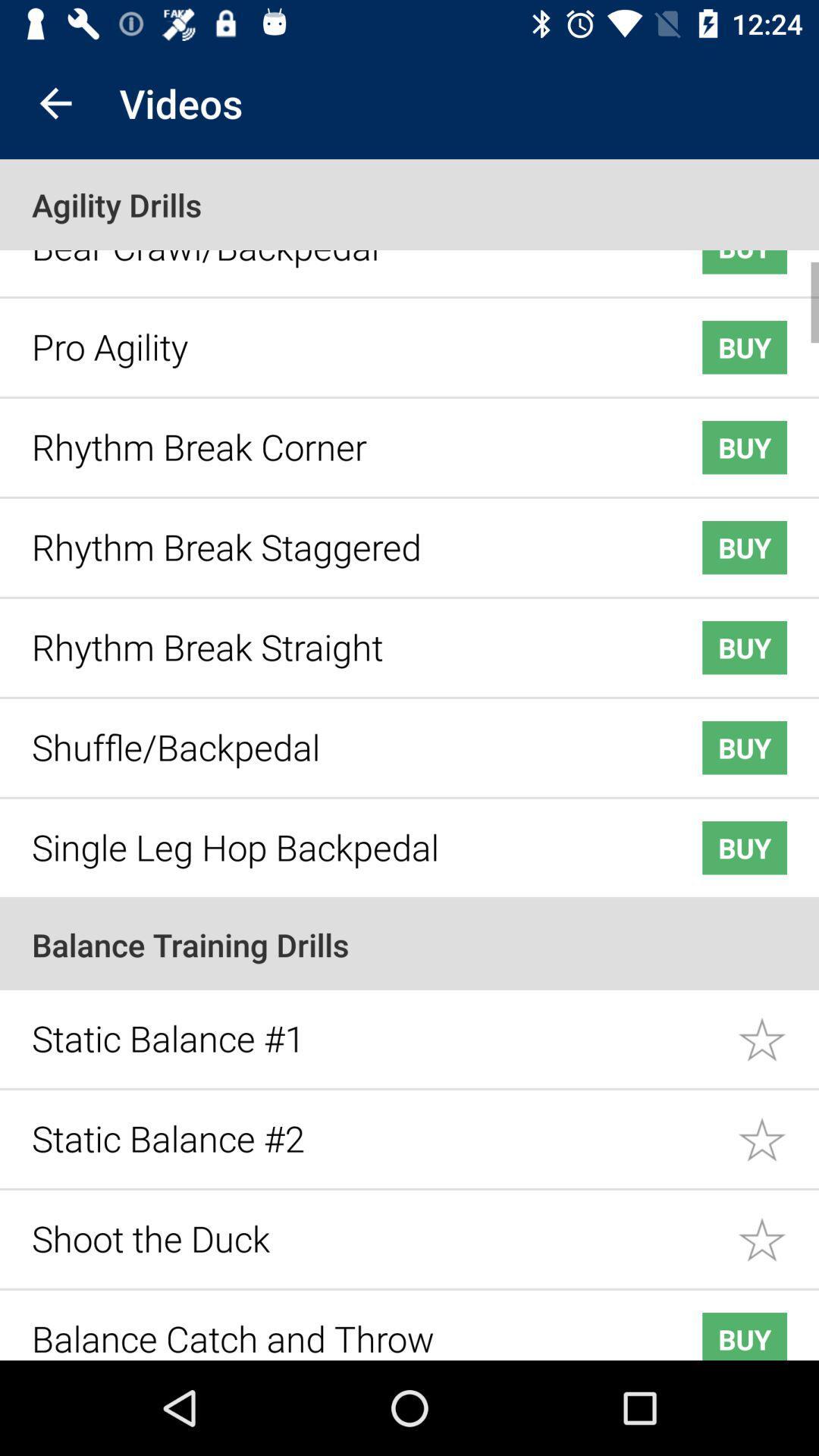 This screenshot has width=819, height=1456. Describe the element at coordinates (343, 835) in the screenshot. I see `item to the left of buy item` at that location.